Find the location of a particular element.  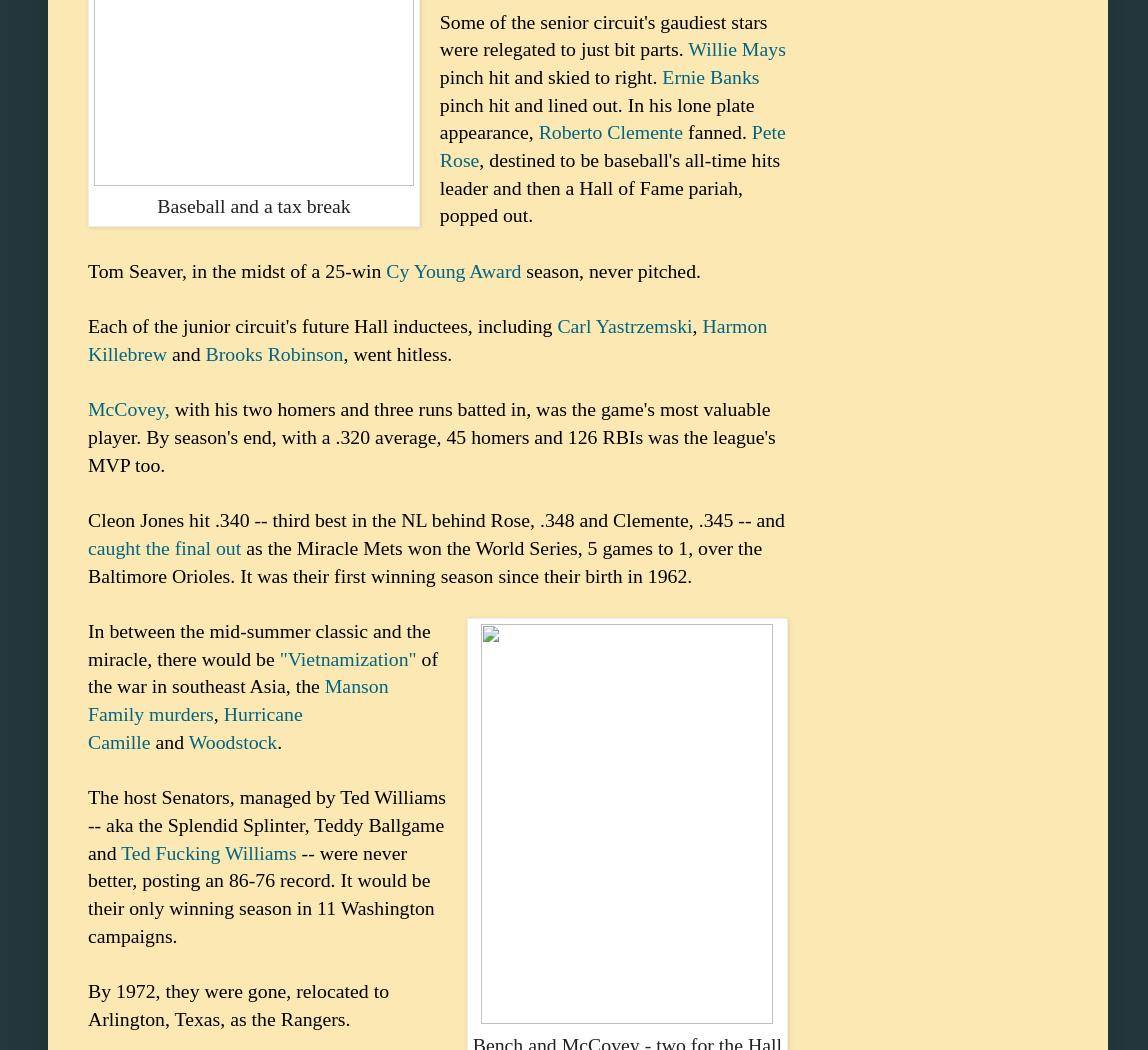

'as the Miracle Mets won the World Series, 5 games to 1, over the Baltimore Orioles. It was their first winning season since their birth in 1962.' is located at coordinates (424, 561).